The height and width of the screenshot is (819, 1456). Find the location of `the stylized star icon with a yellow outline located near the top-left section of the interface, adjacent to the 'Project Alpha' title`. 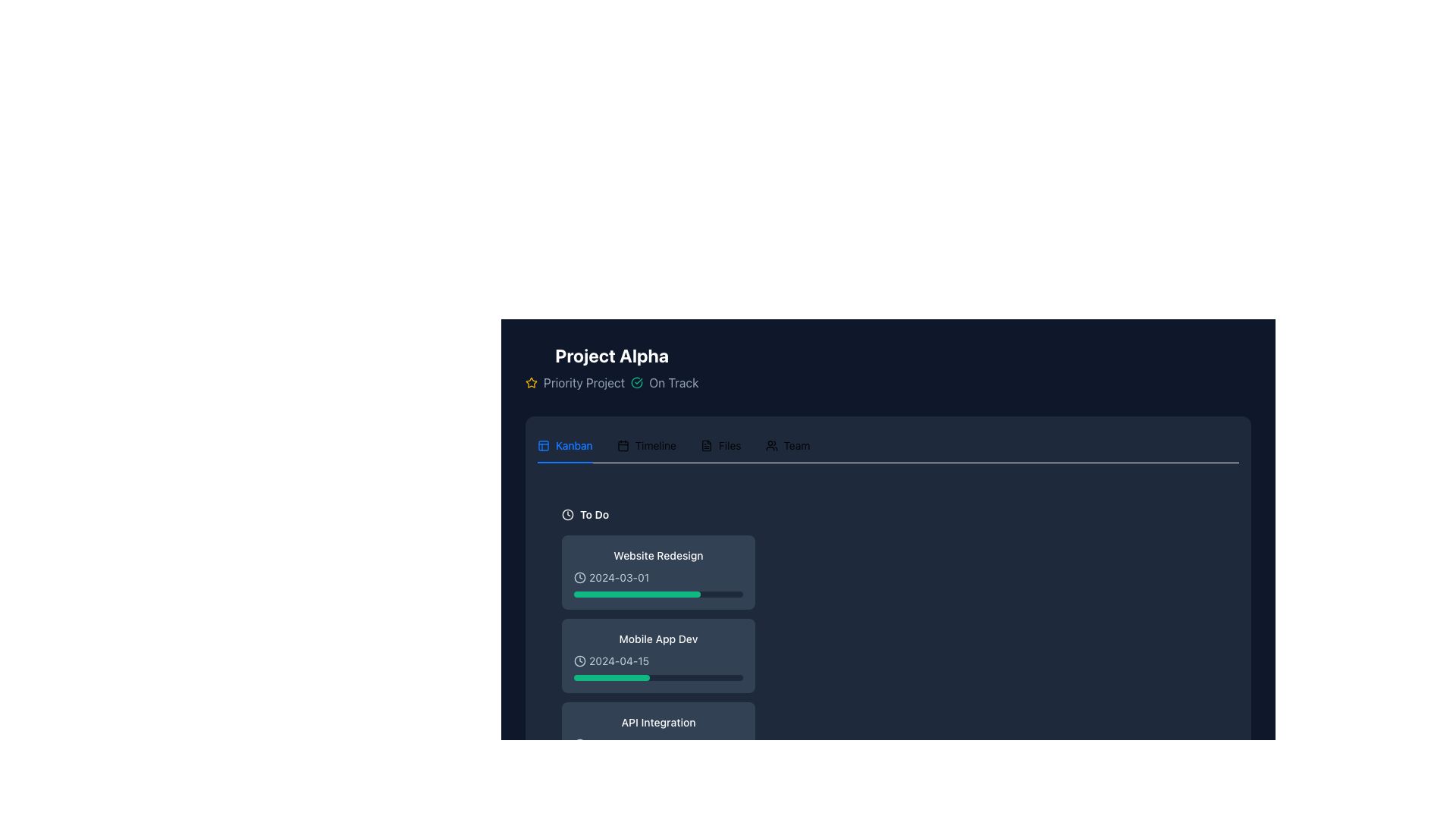

the stylized star icon with a yellow outline located near the top-left section of the interface, adjacent to the 'Project Alpha' title is located at coordinates (531, 381).